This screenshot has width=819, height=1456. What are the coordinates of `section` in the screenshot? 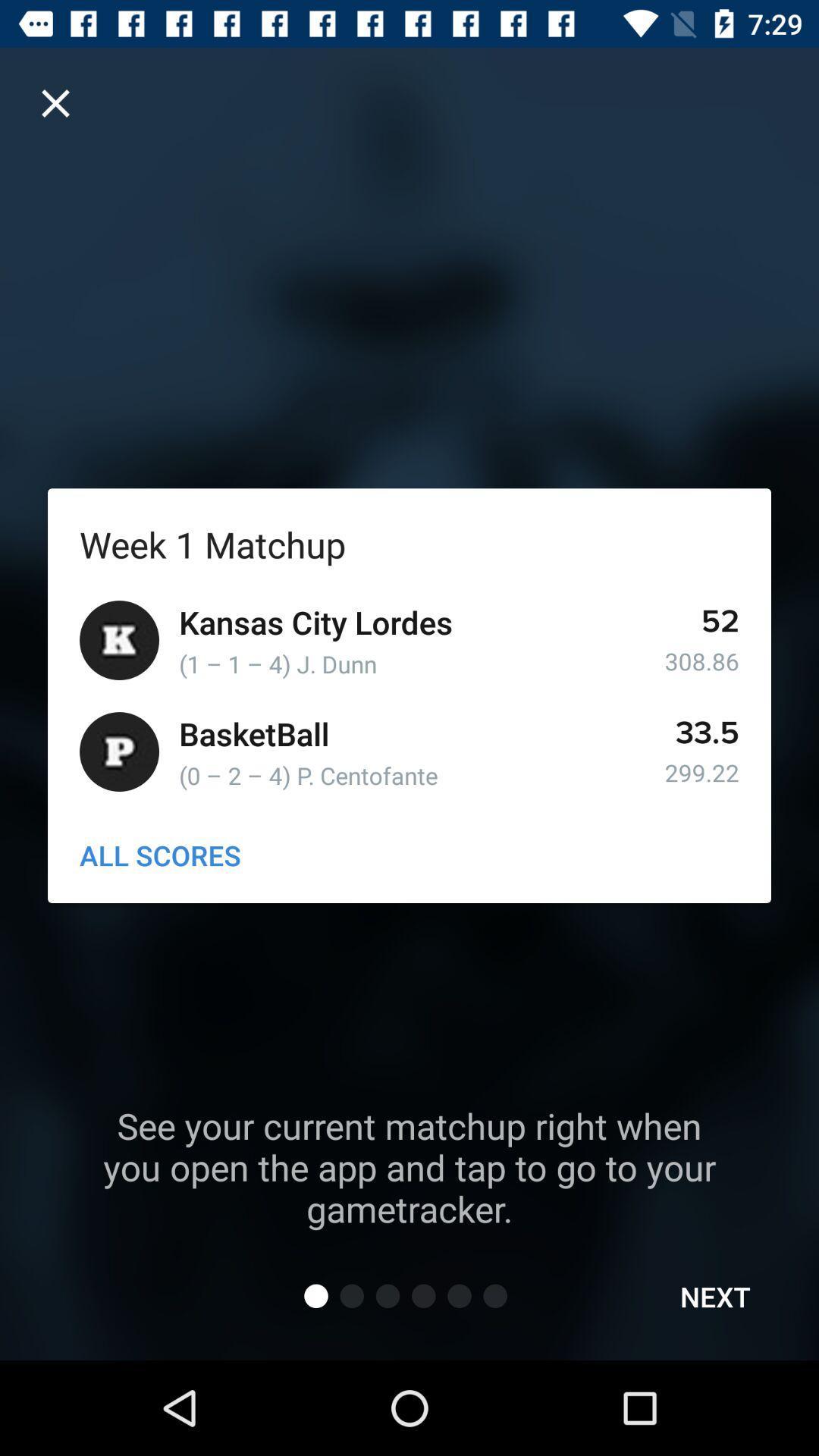 It's located at (55, 102).